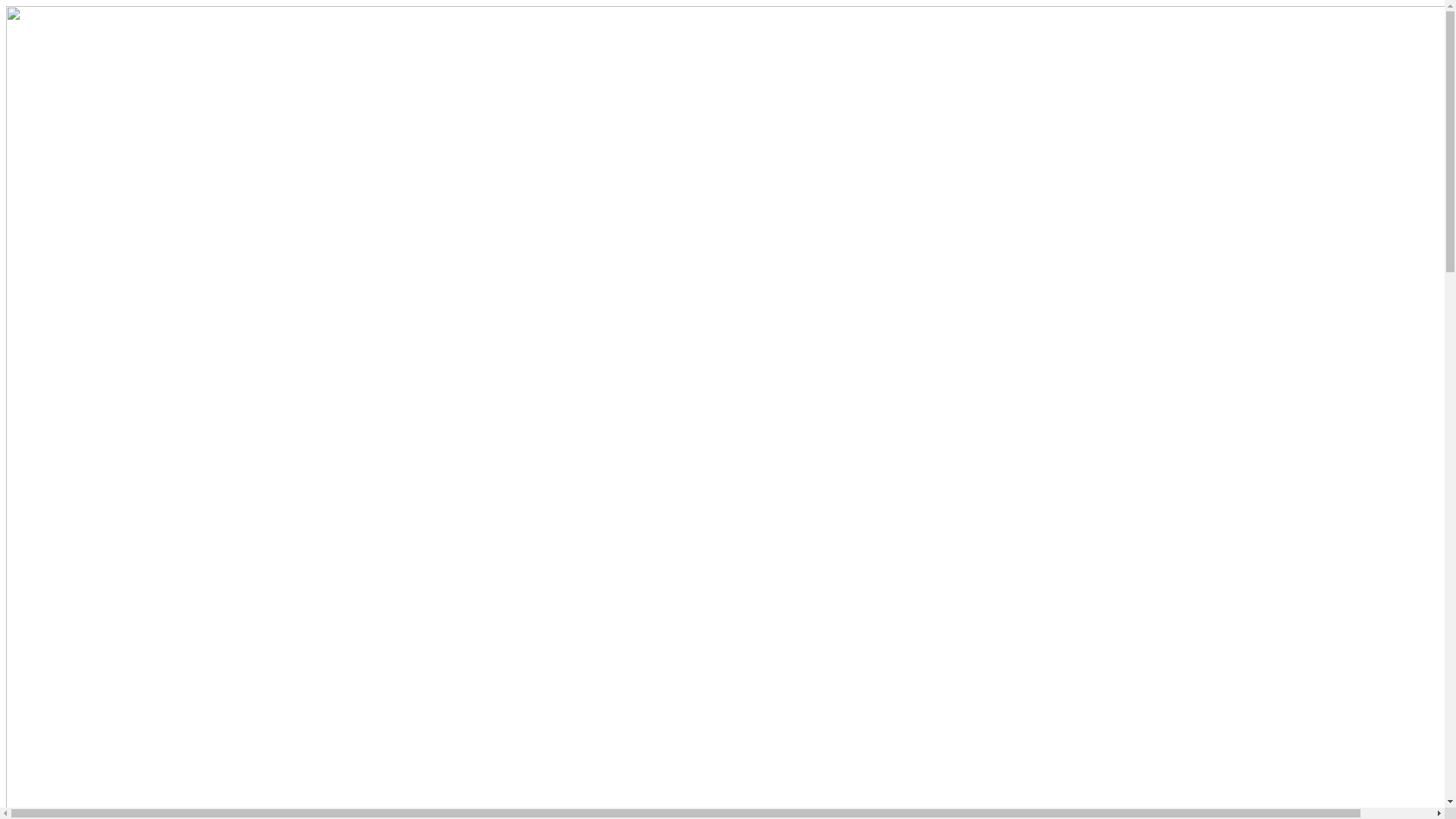  What do you see at coordinates (5, 5) in the screenshot?
I see `'Skip to content'` at bounding box center [5, 5].